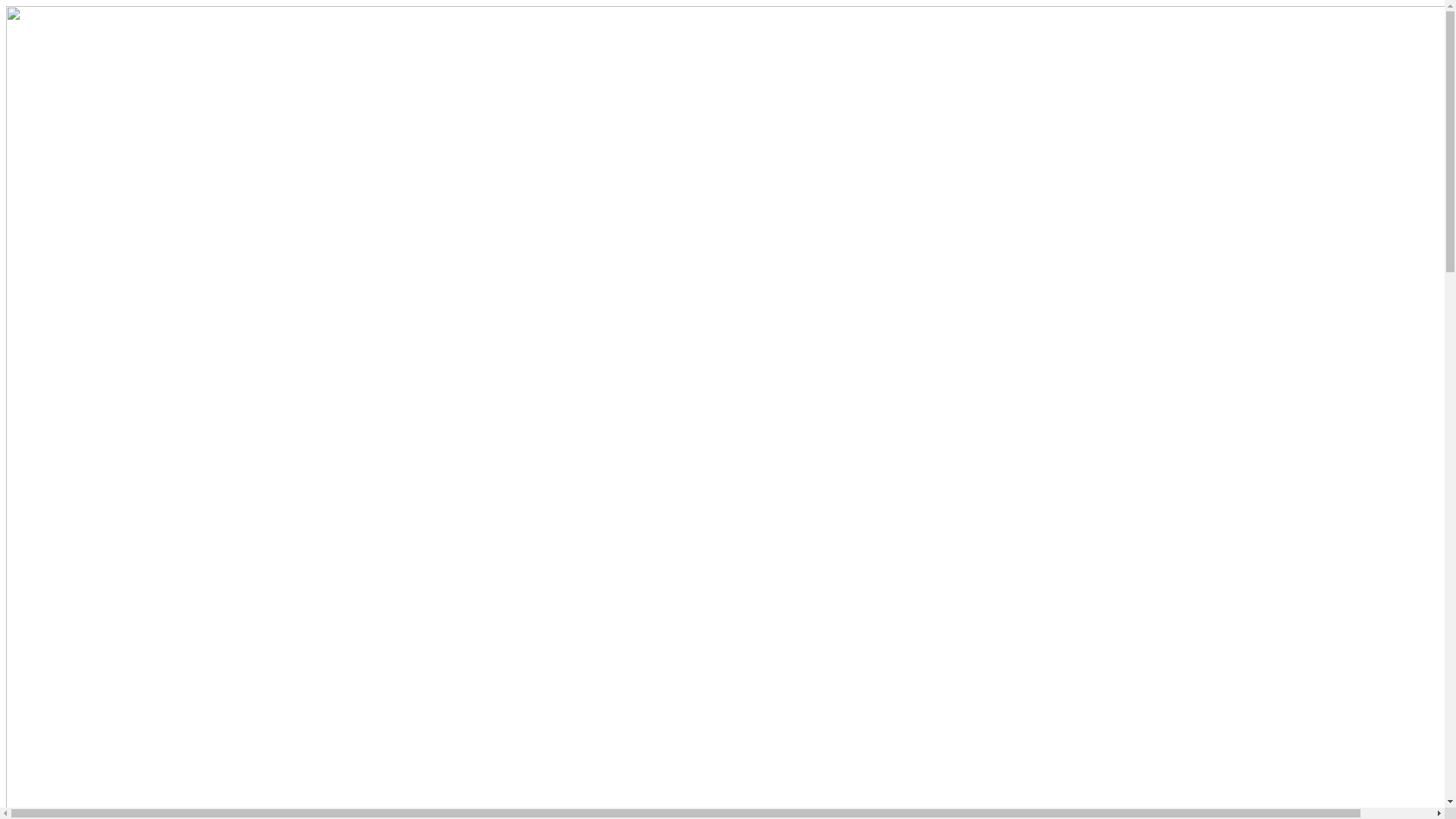  What do you see at coordinates (5, 5) in the screenshot?
I see `'Skip to content'` at bounding box center [5, 5].